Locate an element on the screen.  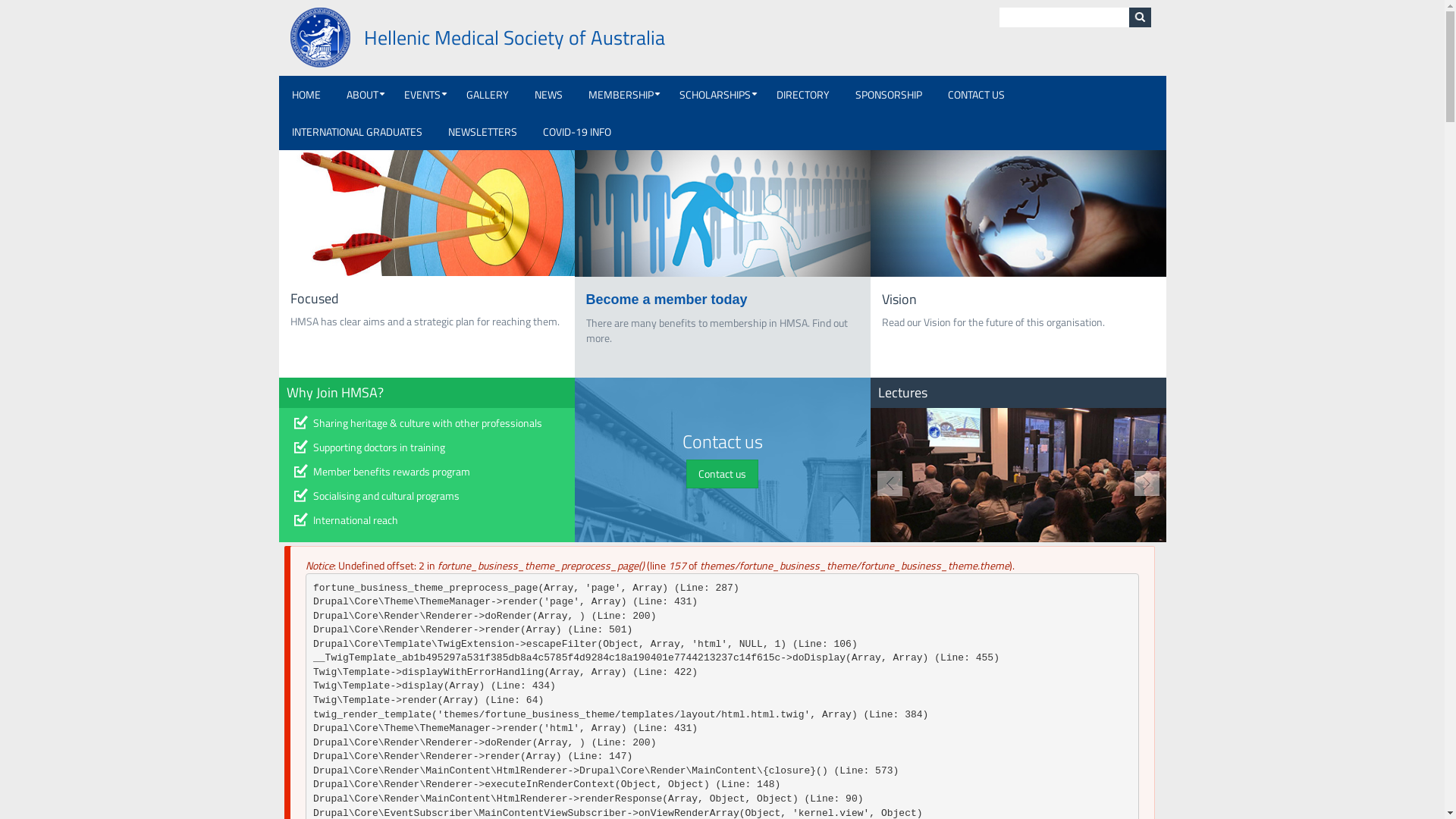
'Become a member today' is located at coordinates (585, 299).